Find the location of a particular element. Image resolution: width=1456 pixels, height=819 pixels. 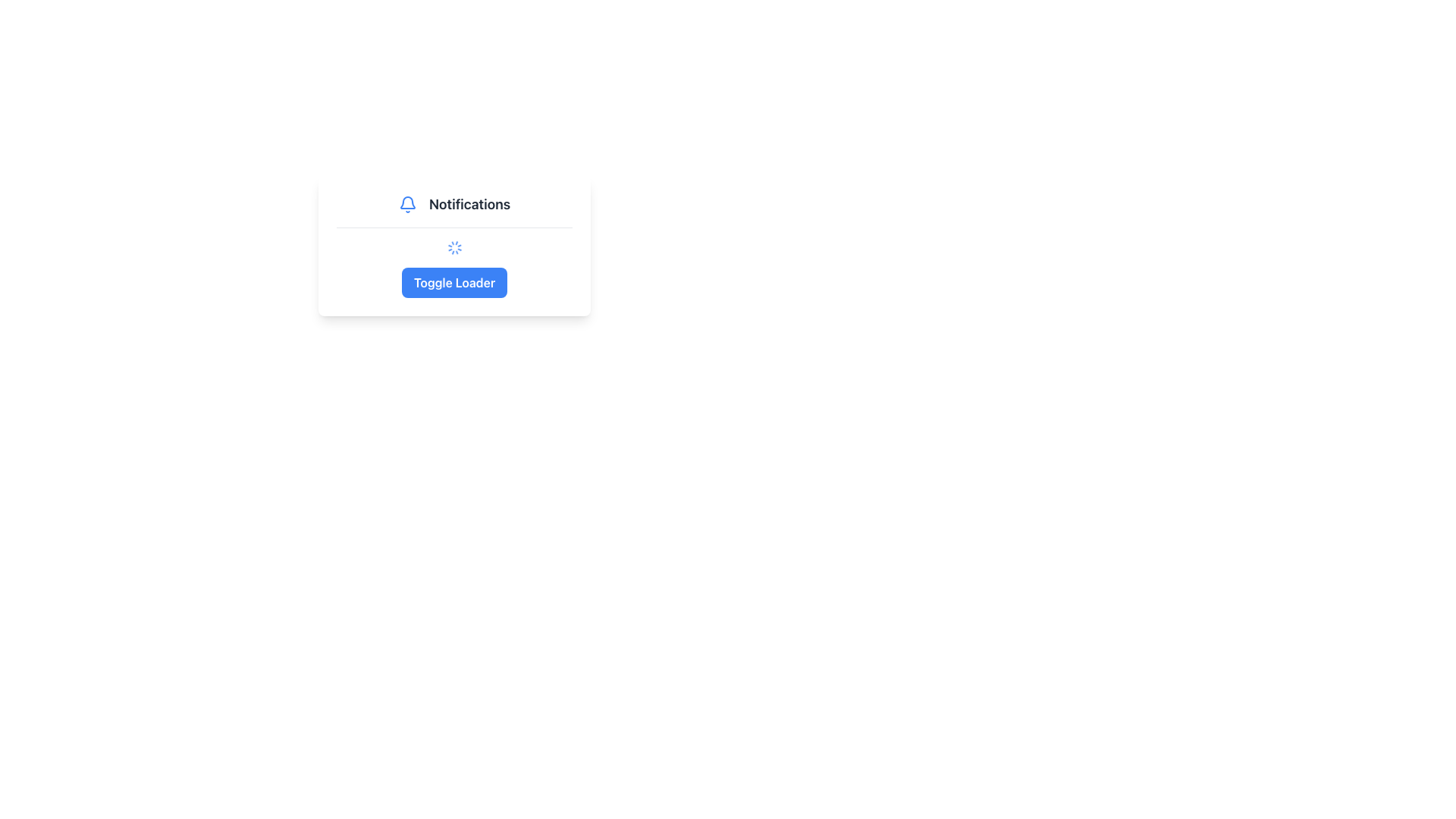

the Bell icon located in the notification panel, which serves as a visual indicator for notifications is located at coordinates (407, 205).